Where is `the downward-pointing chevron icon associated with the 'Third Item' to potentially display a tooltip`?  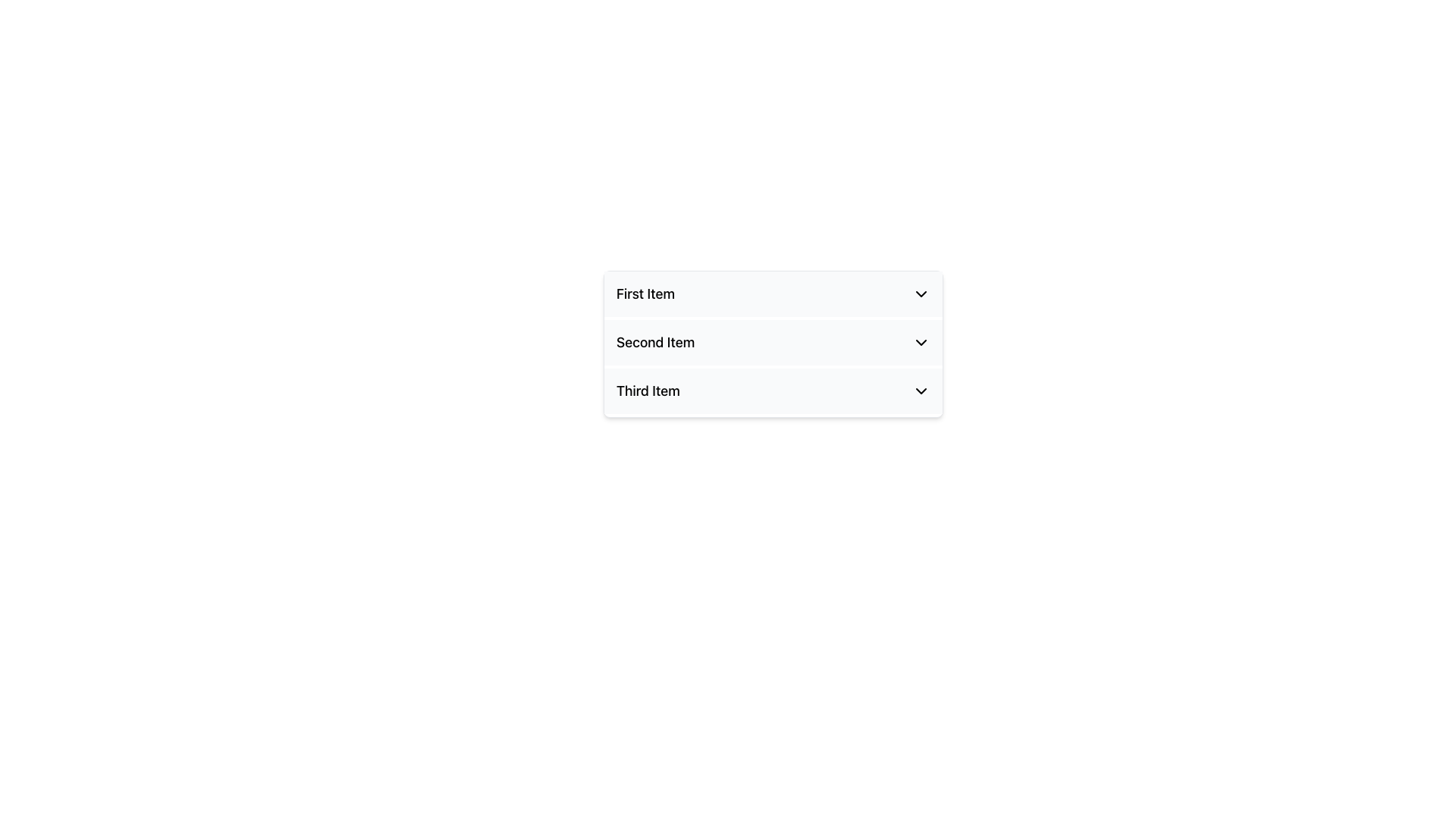 the downward-pointing chevron icon associated with the 'Third Item' to potentially display a tooltip is located at coordinates (920, 391).